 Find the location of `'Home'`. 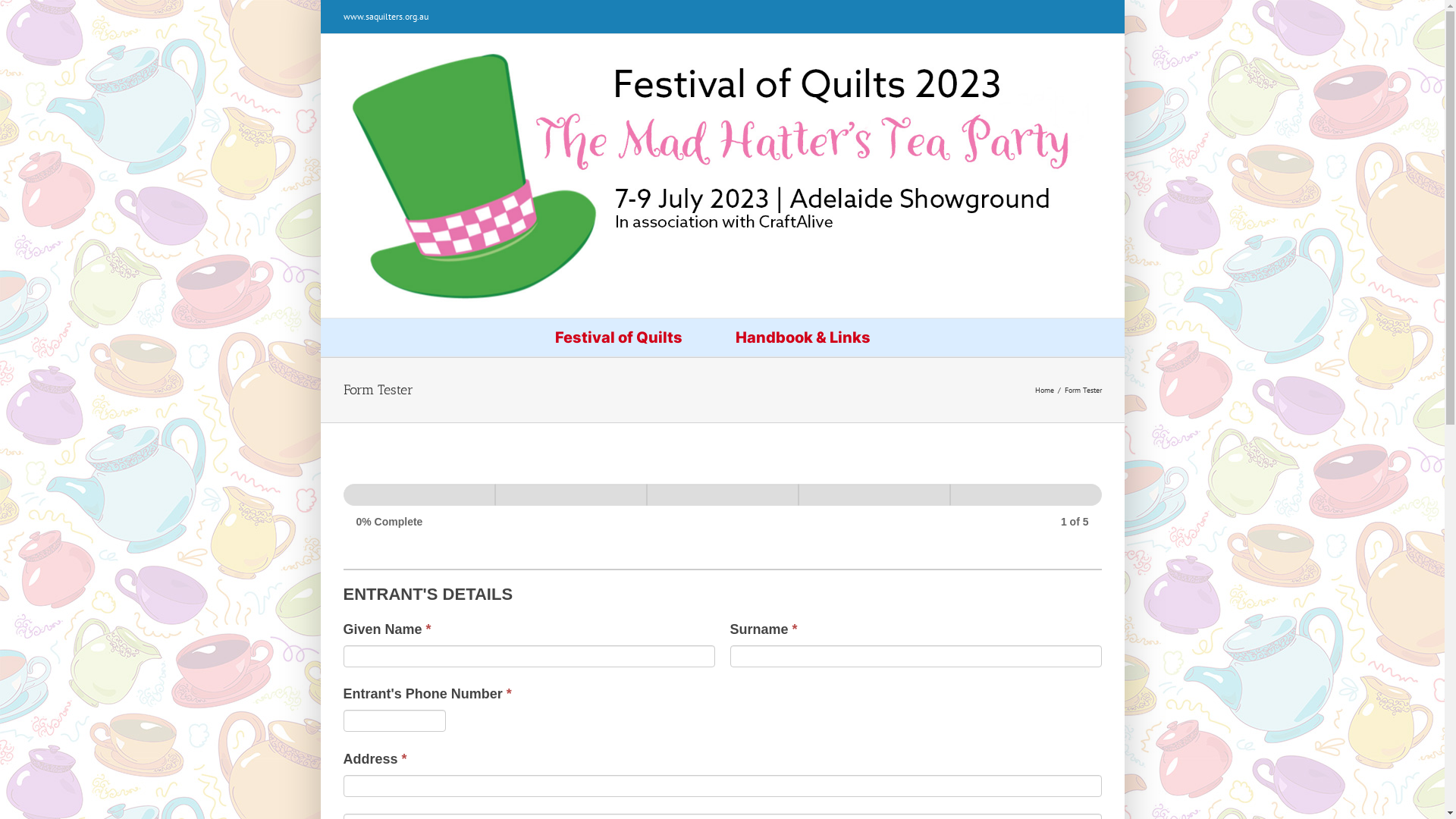

'Home' is located at coordinates (1043, 389).